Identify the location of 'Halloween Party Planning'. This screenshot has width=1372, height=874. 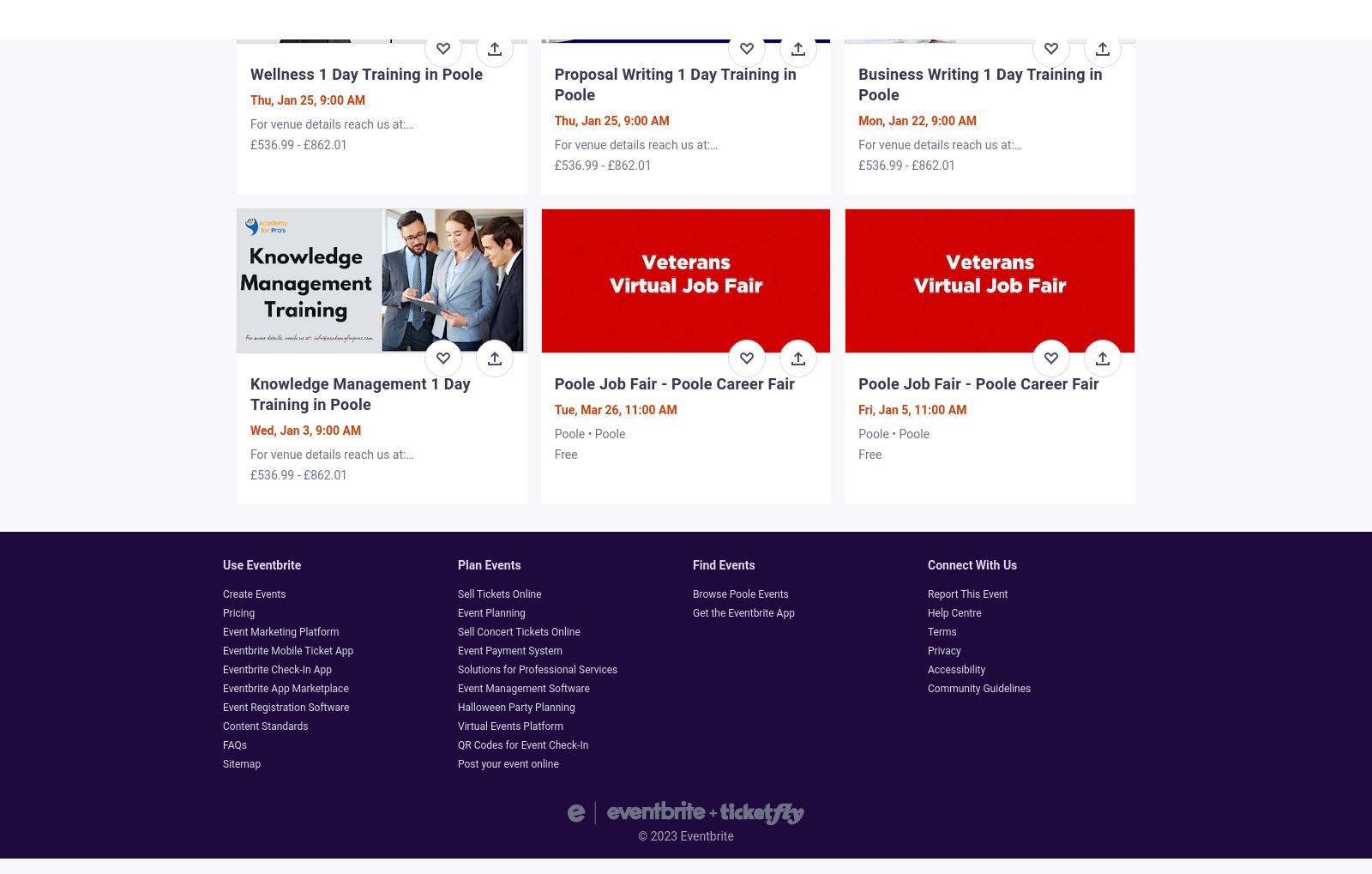
(515, 706).